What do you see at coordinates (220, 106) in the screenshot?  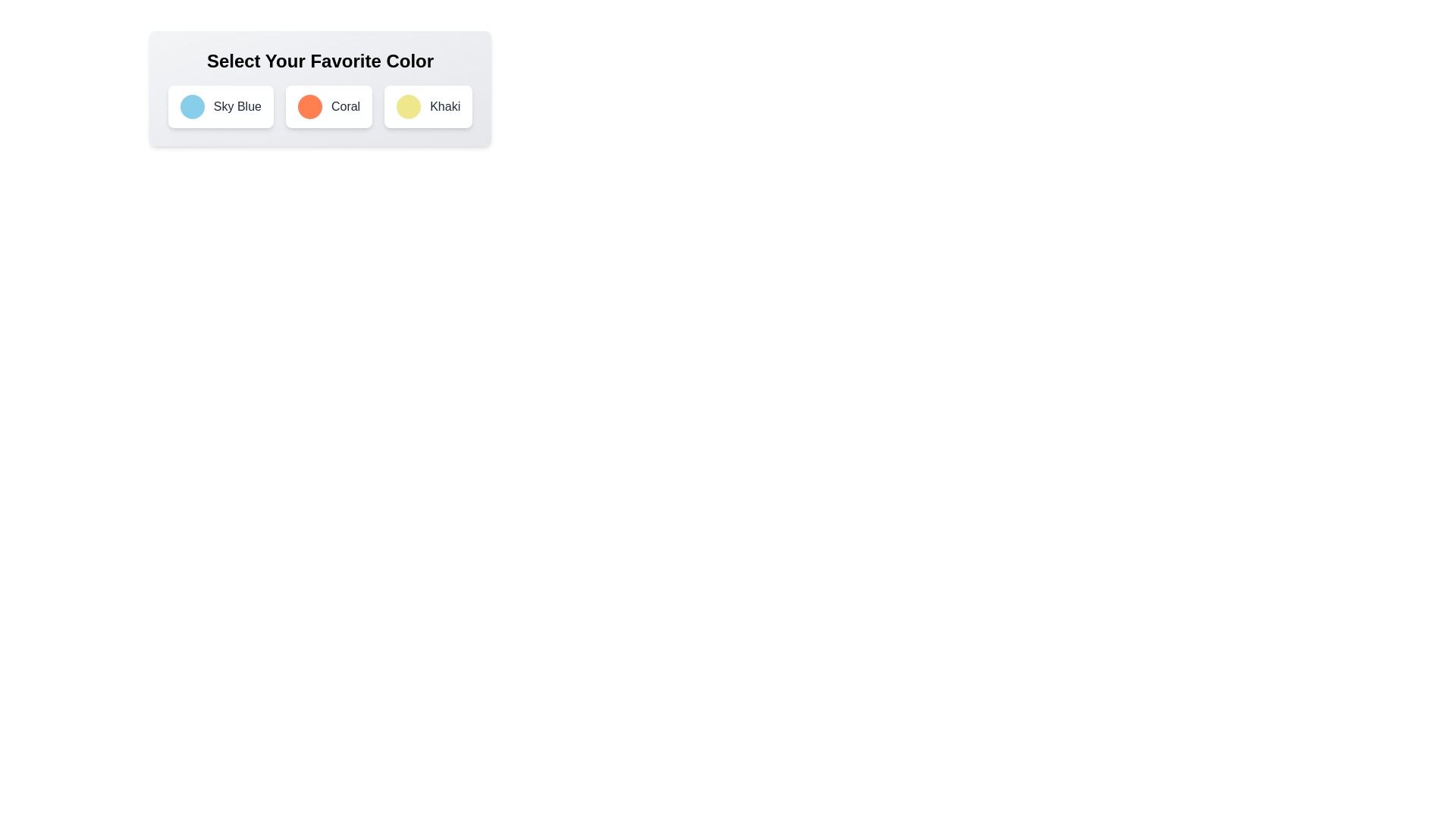 I see `the layout of the swatches by selecting Sky Blue` at bounding box center [220, 106].